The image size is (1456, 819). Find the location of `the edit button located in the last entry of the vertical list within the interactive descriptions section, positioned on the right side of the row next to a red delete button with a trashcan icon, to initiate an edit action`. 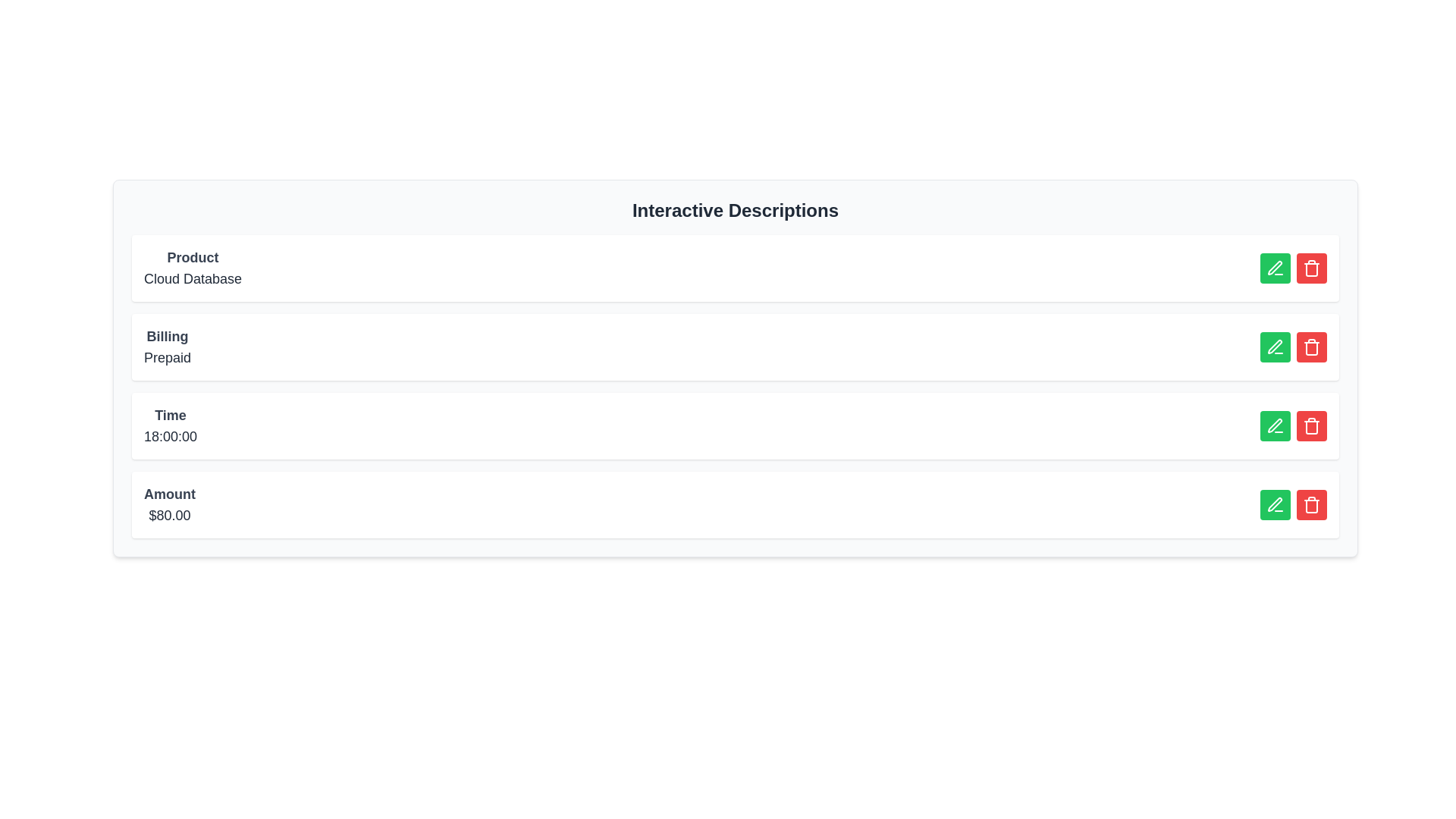

the edit button located in the last entry of the vertical list within the interactive descriptions section, positioned on the right side of the row next to a red delete button with a trashcan icon, to initiate an edit action is located at coordinates (1274, 505).